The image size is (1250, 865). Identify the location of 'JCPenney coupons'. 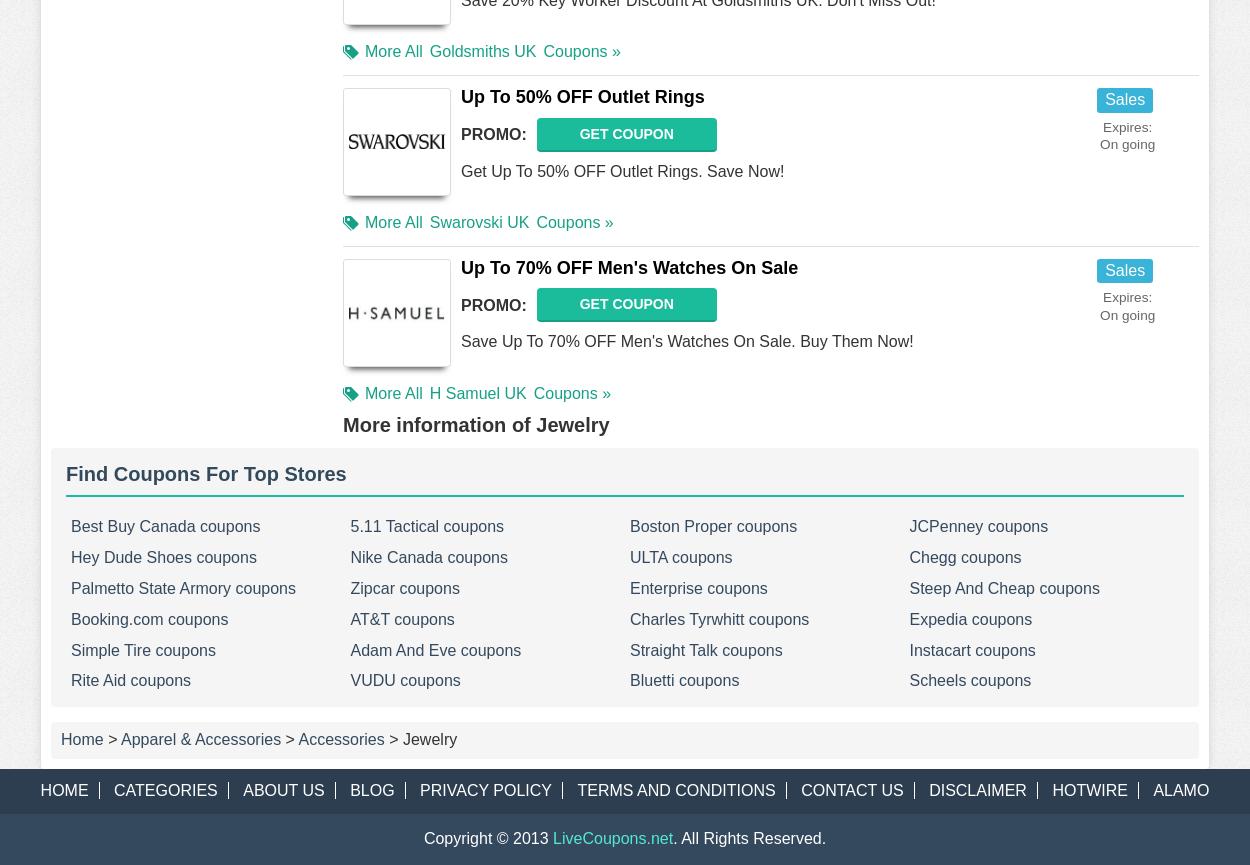
(977, 525).